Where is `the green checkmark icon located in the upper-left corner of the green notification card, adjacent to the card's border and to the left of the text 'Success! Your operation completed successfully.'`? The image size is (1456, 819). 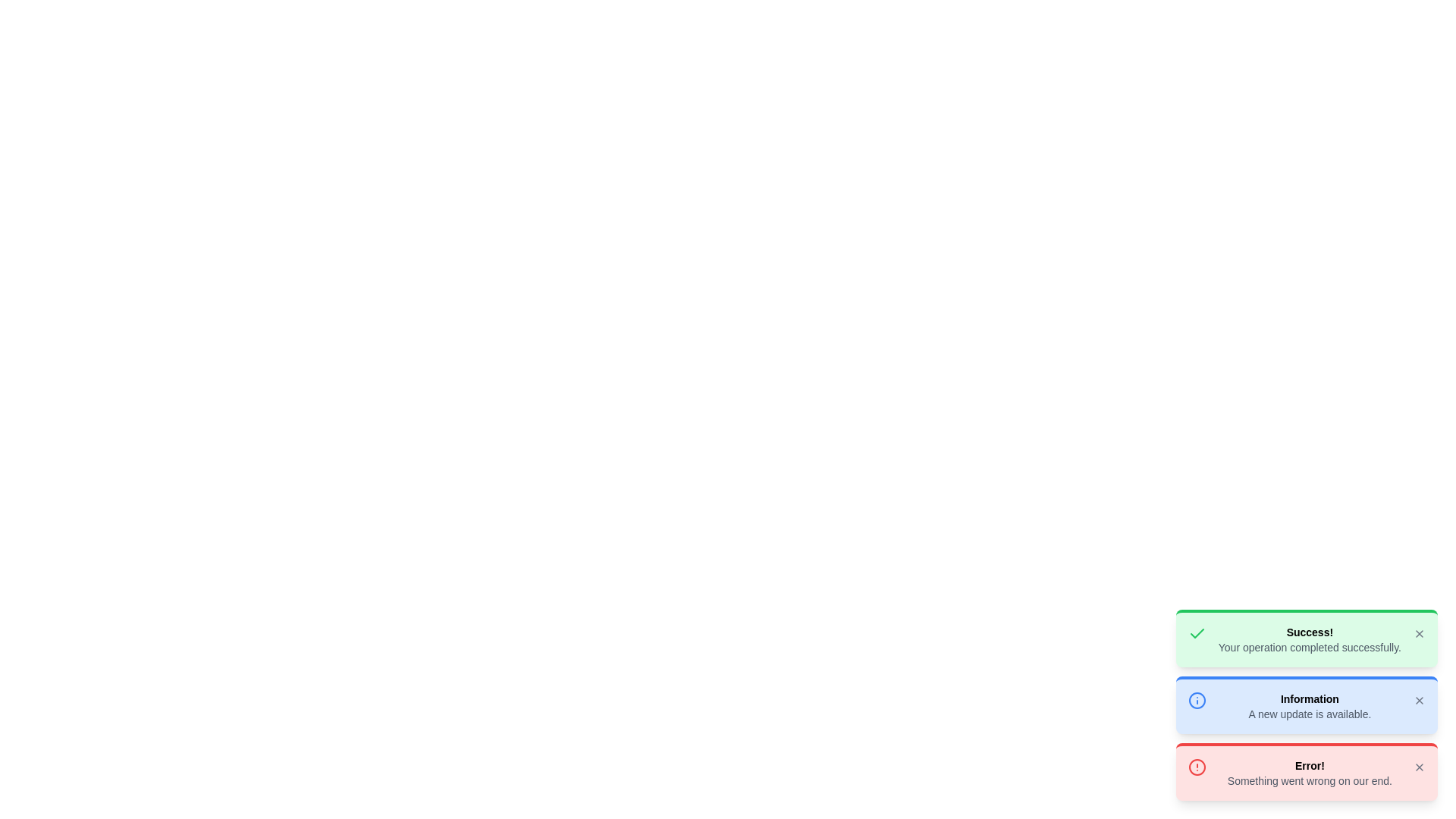
the green checkmark icon located in the upper-left corner of the green notification card, adjacent to the card's border and to the left of the text 'Success! Your operation completed successfully.' is located at coordinates (1196, 634).